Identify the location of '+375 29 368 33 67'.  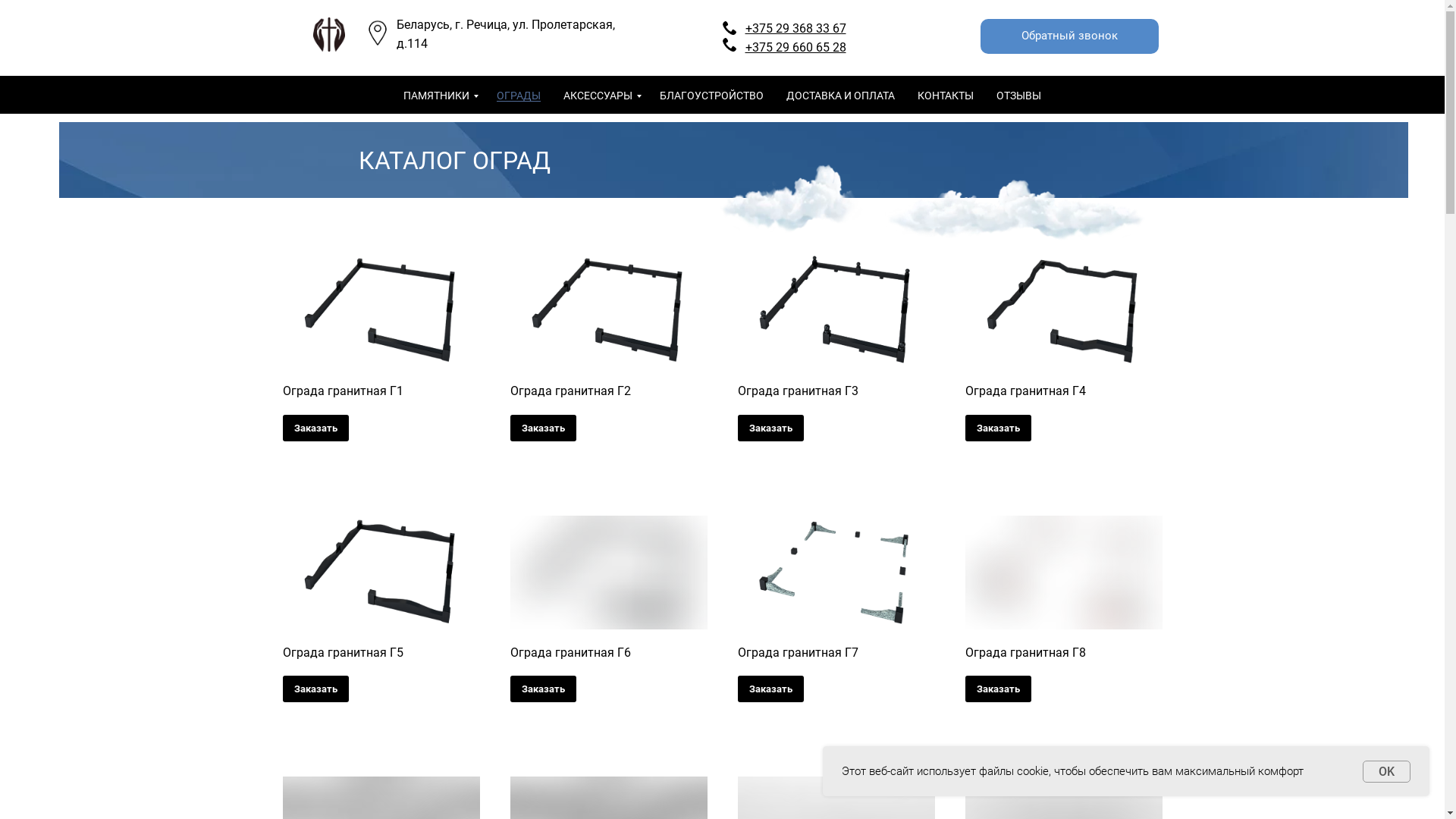
(794, 28).